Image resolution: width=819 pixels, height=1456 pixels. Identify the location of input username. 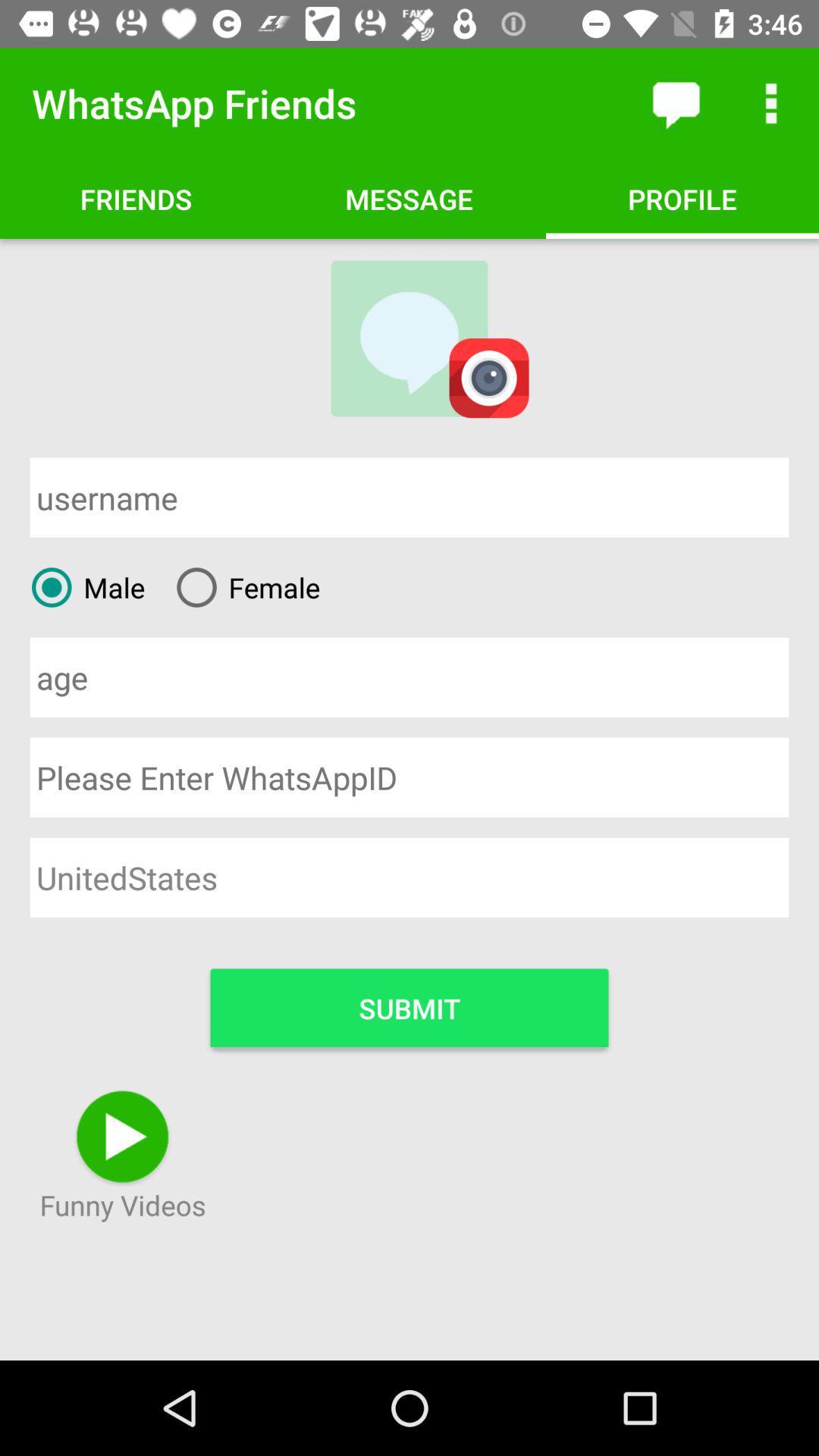
(409, 497).